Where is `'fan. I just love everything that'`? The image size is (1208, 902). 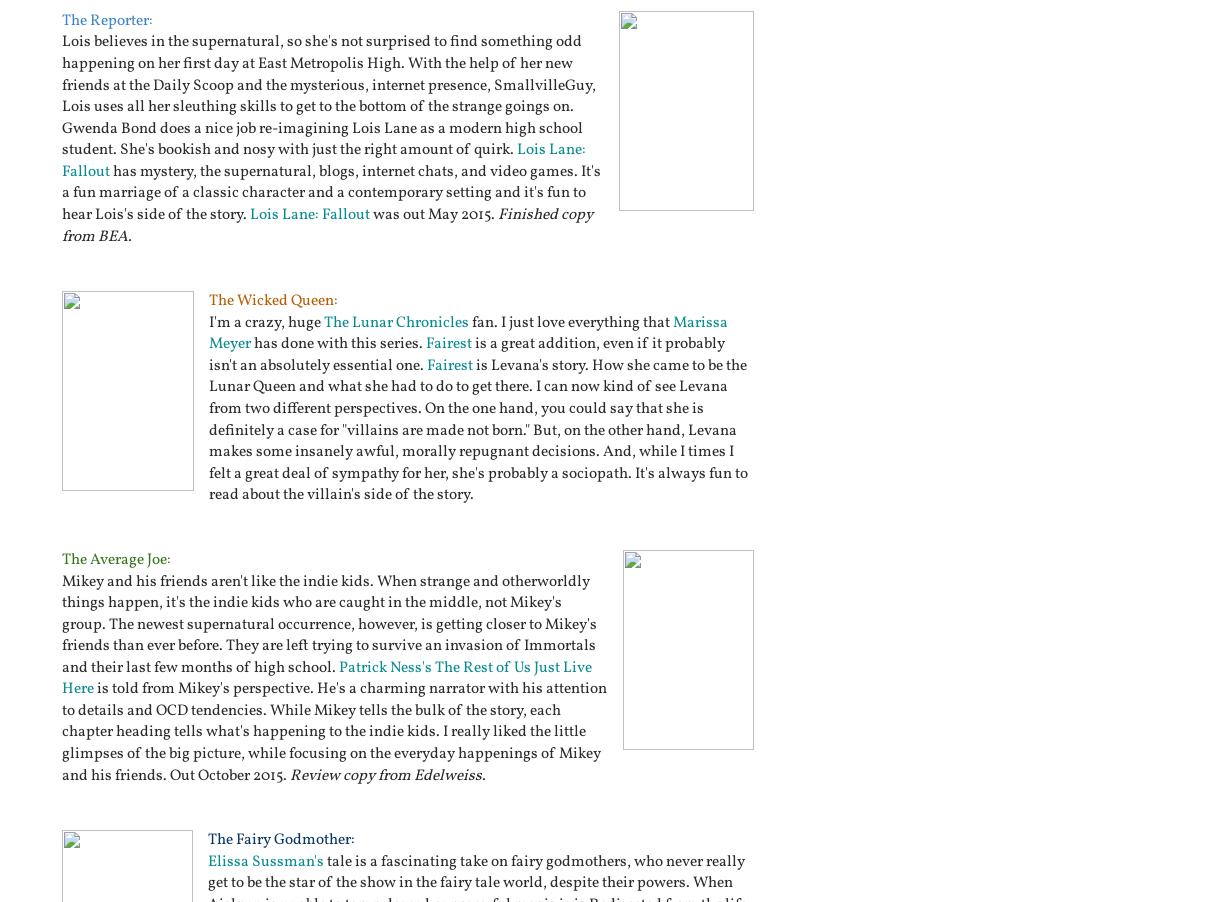 'fan. I just love everything that' is located at coordinates (571, 321).